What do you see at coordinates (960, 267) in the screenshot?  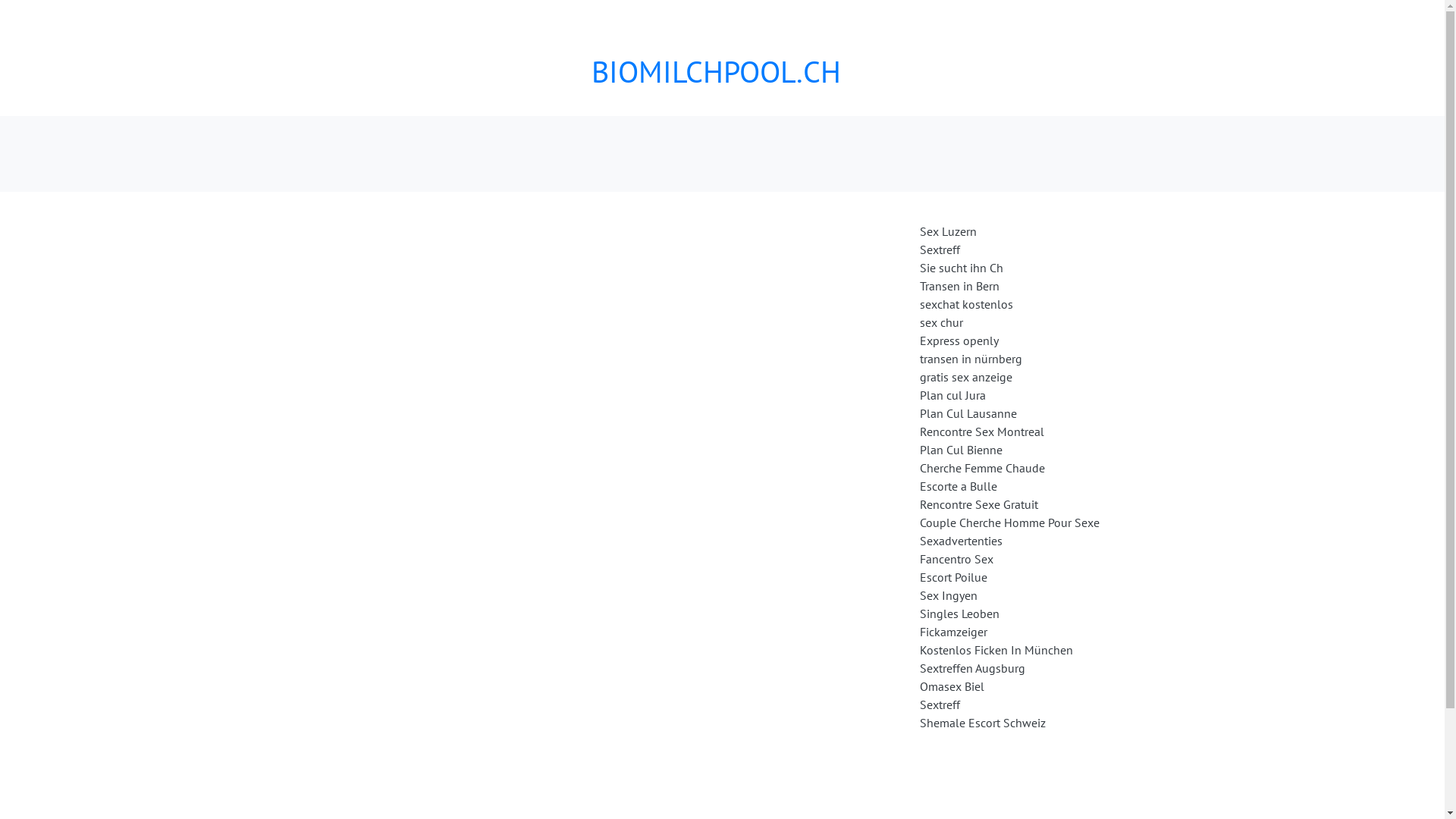 I see `'Sie sucht ihn Ch'` at bounding box center [960, 267].